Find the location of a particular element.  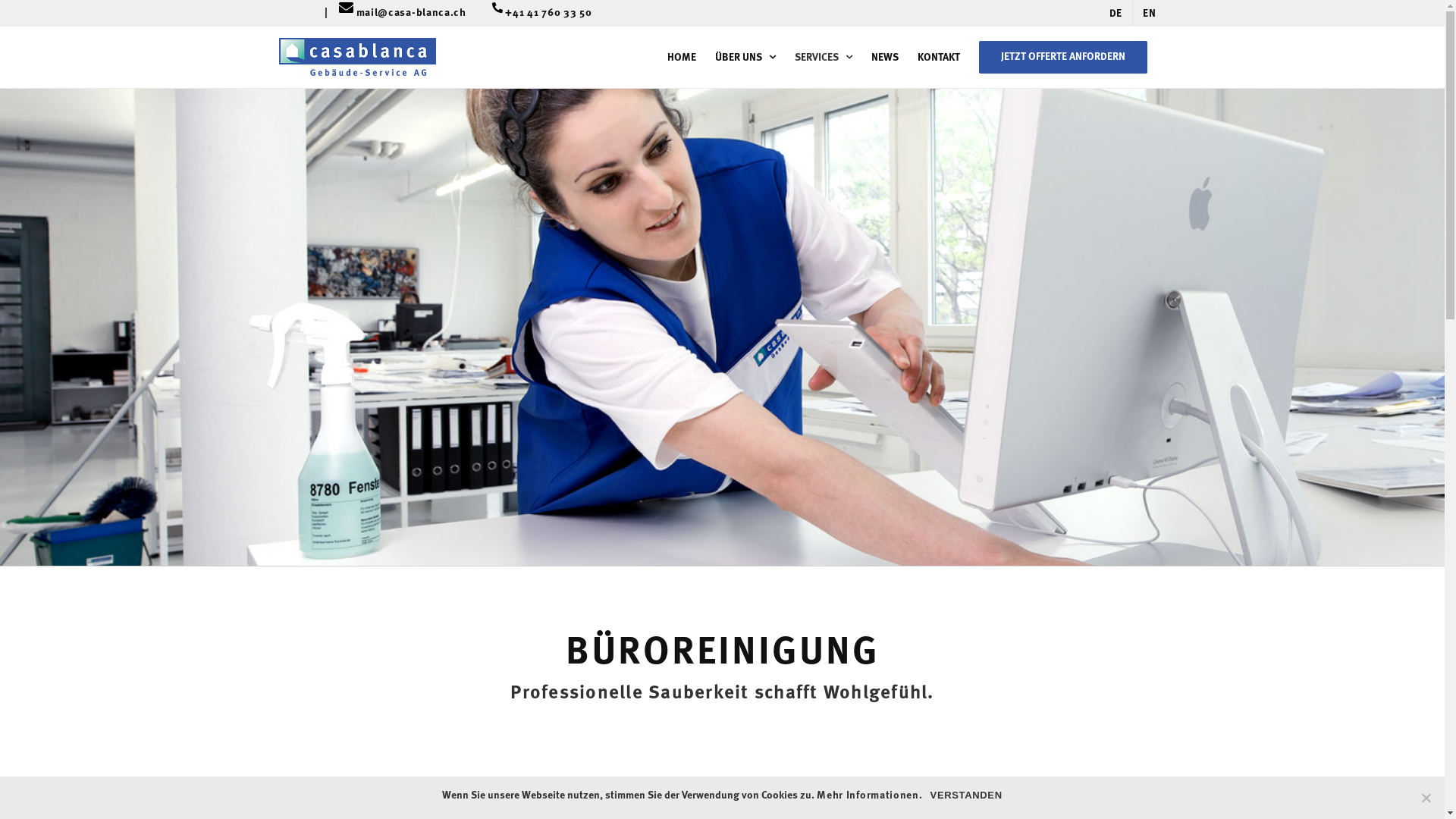

'EN' is located at coordinates (1149, 13).